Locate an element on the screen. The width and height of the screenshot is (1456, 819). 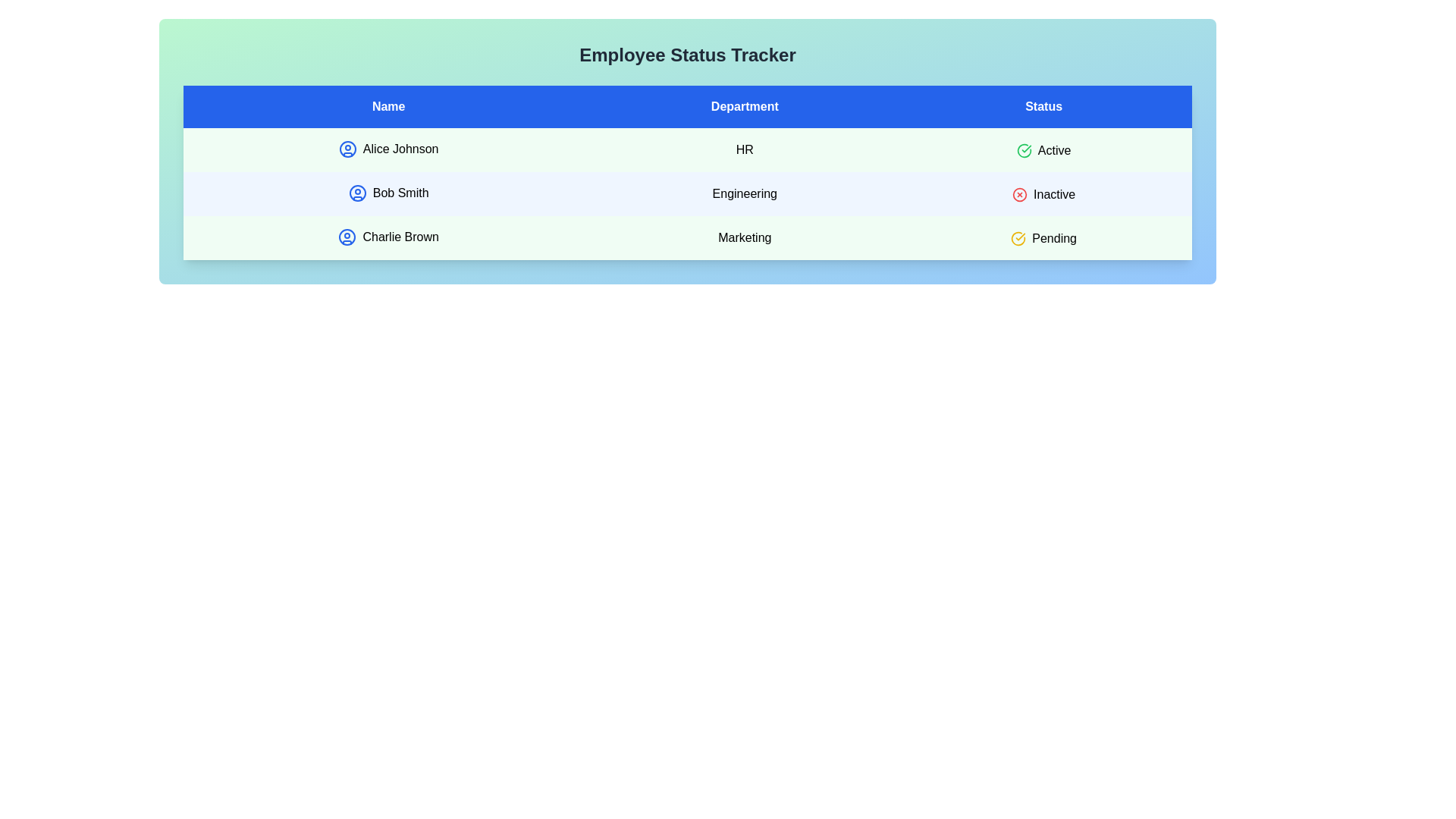
the row corresponding to Alice Johnson is located at coordinates (687, 149).